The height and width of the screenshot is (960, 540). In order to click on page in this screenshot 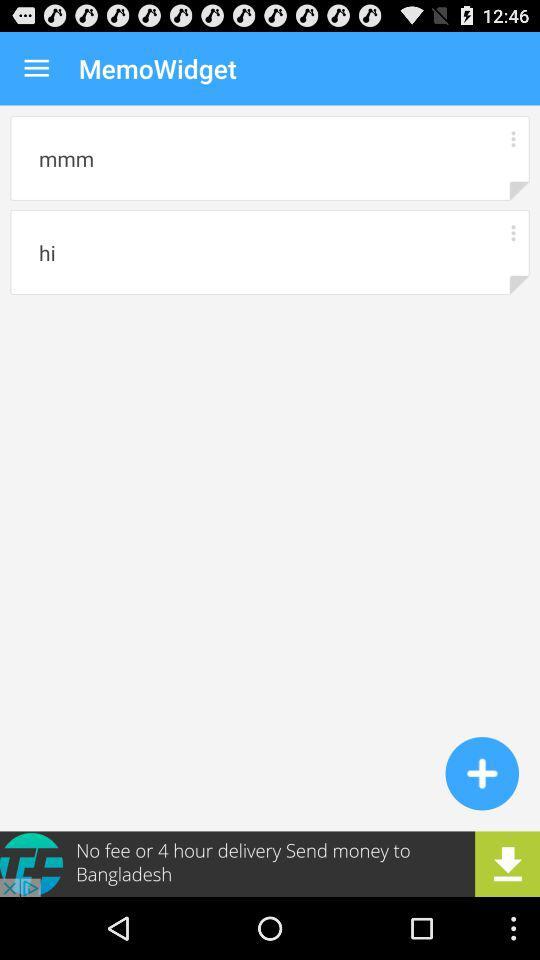, I will do `click(481, 772)`.